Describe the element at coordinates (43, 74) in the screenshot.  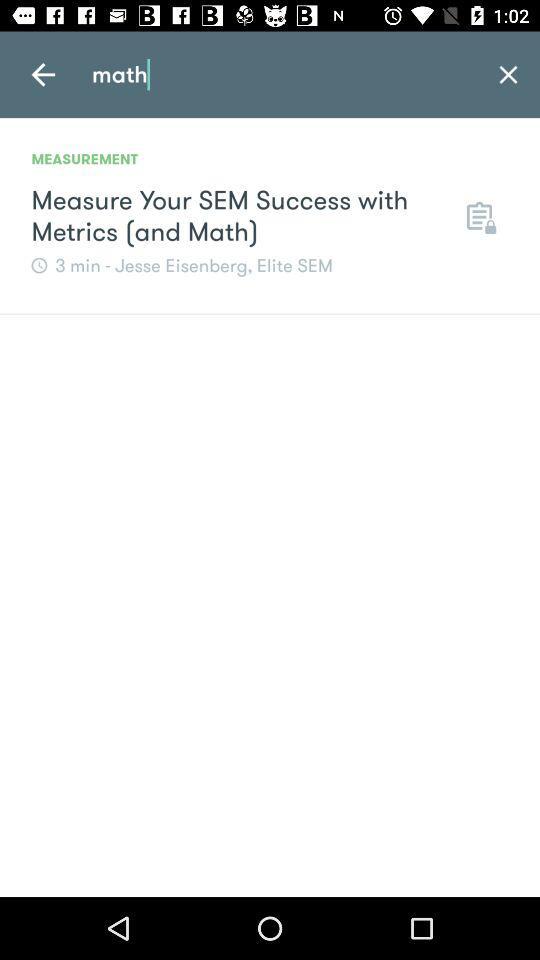
I see `icon next to the math` at that location.